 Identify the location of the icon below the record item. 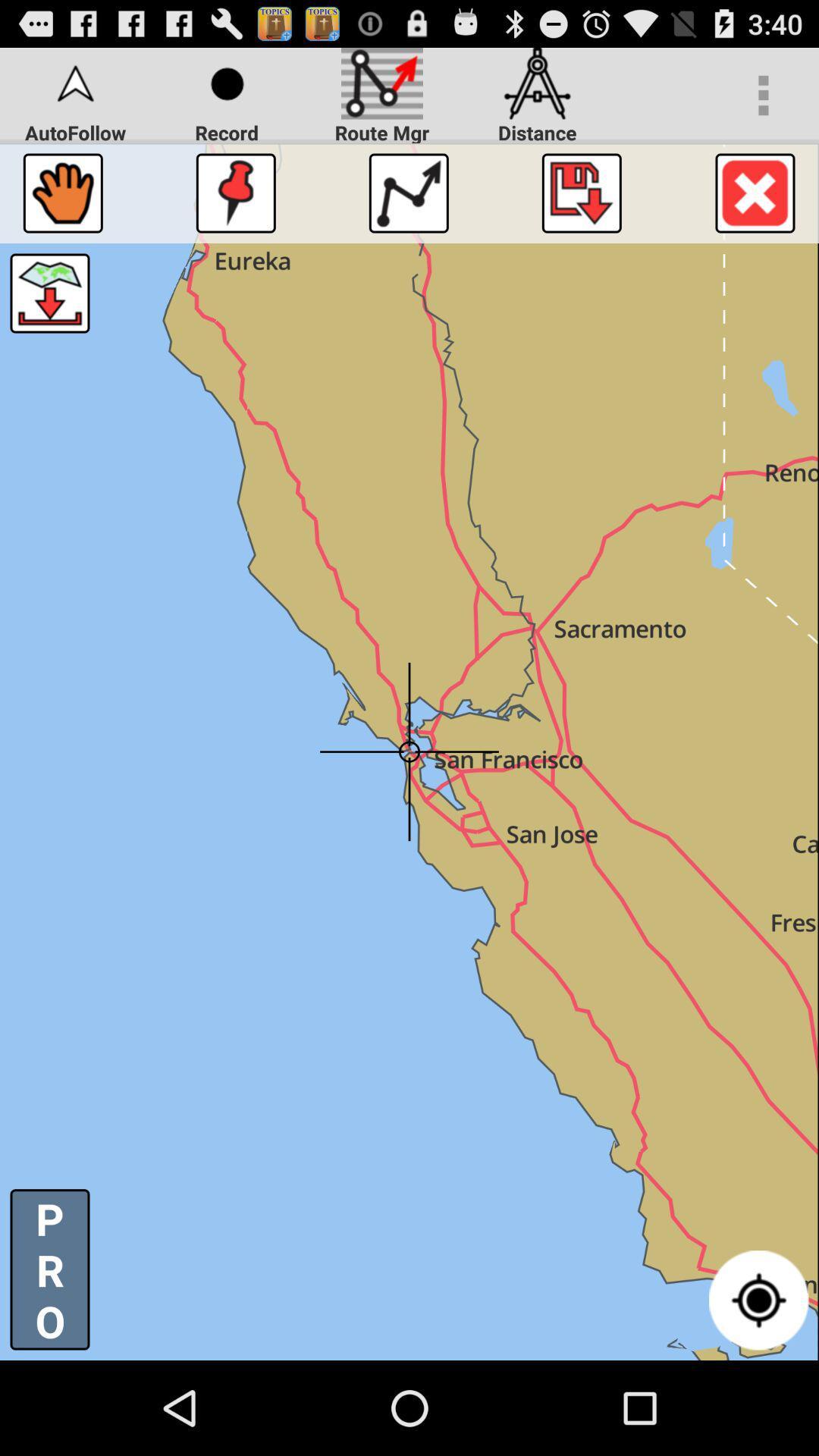
(236, 192).